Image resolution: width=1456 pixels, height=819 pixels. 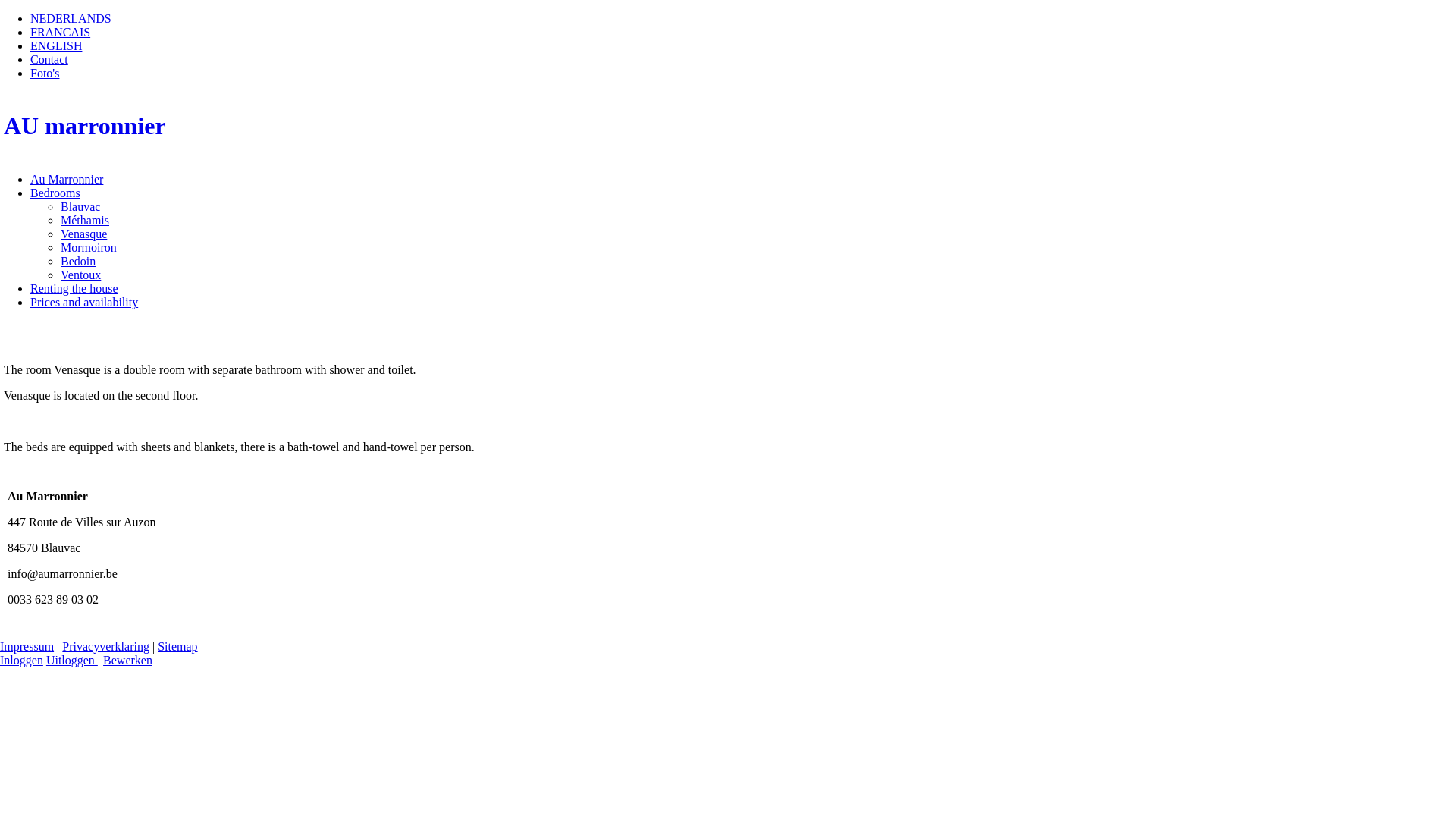 What do you see at coordinates (55, 192) in the screenshot?
I see `'Bedrooms'` at bounding box center [55, 192].